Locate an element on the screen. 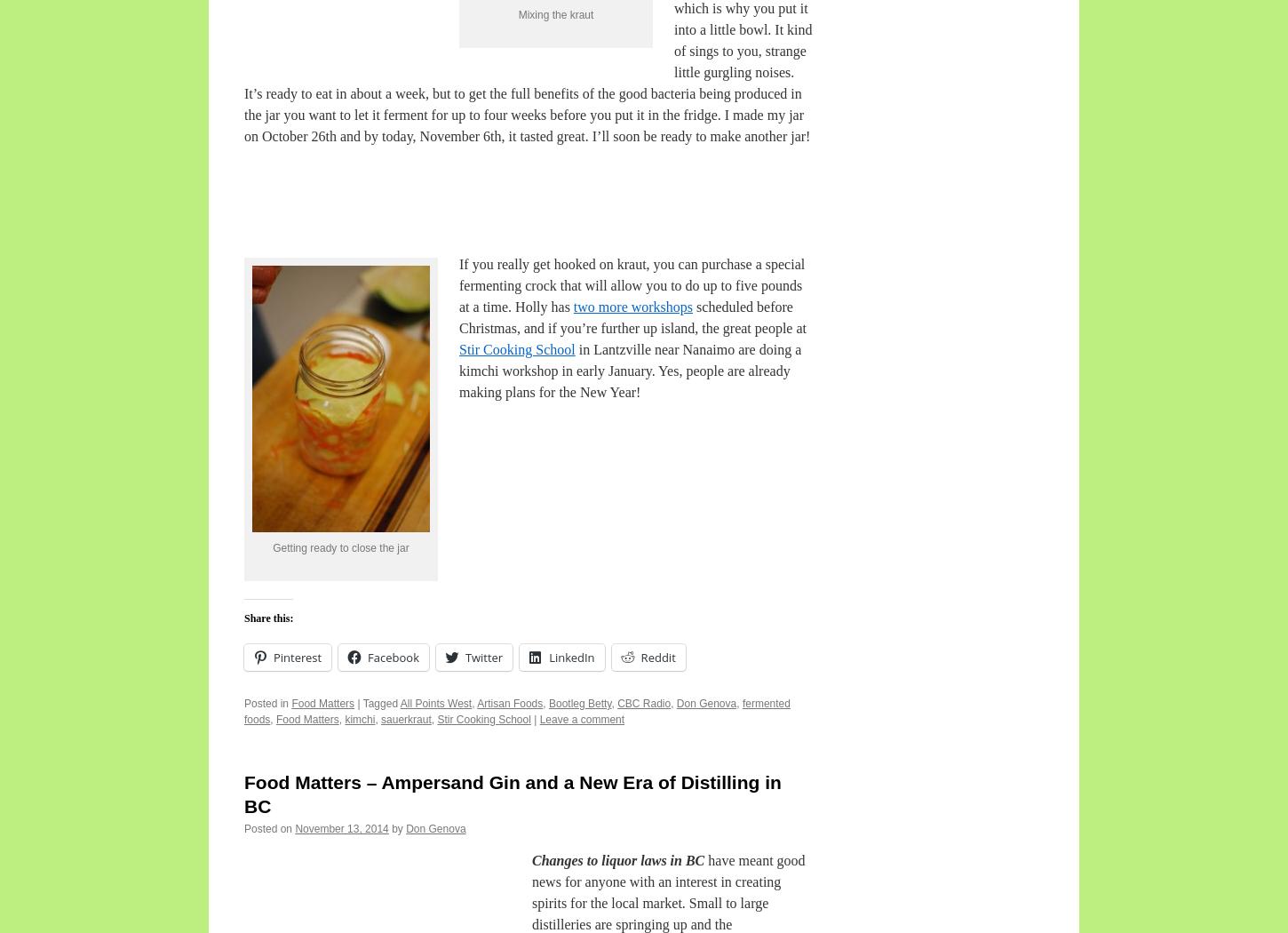 This screenshot has height=933, width=1288. 'Reddit' is located at coordinates (657, 655).